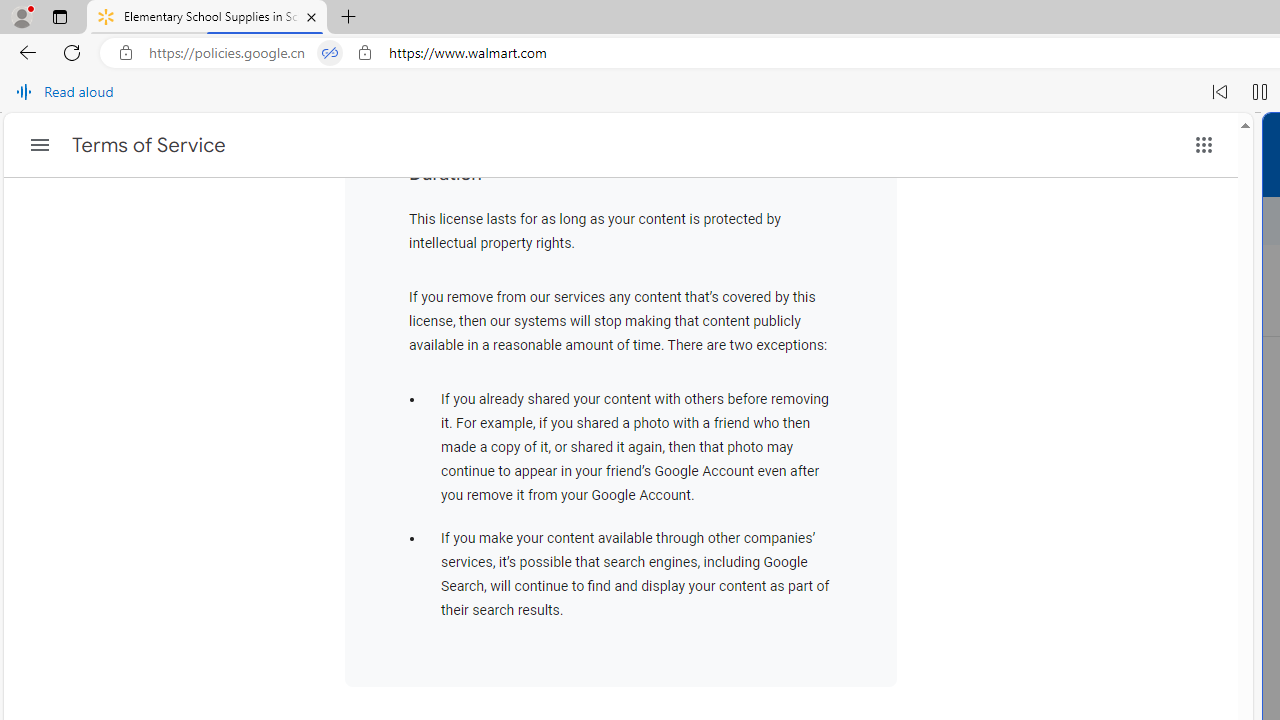 This screenshot has width=1280, height=720. What do you see at coordinates (1219, 92) in the screenshot?
I see `'Read previous paragraph'` at bounding box center [1219, 92].